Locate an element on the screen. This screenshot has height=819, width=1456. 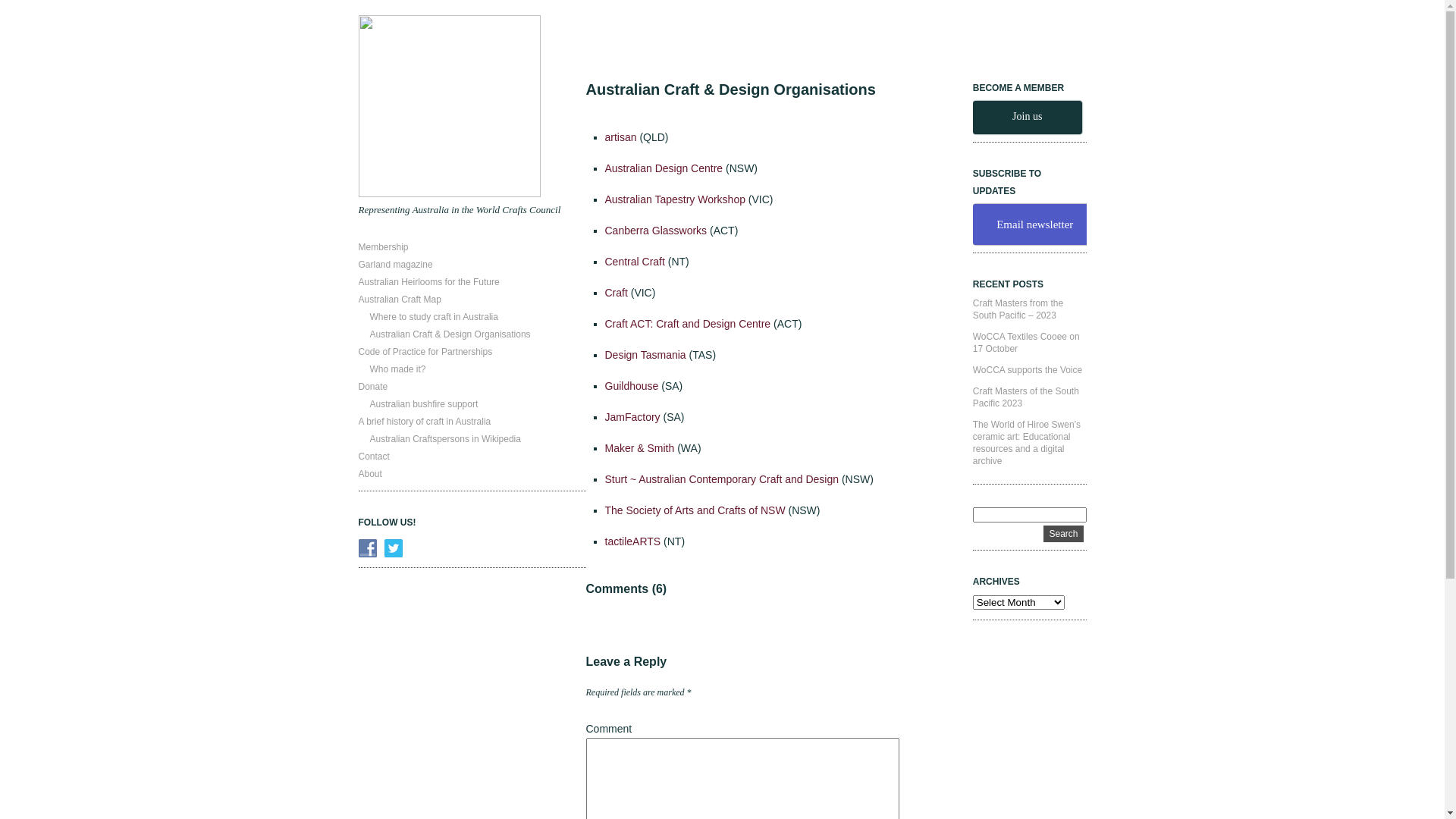
'Sturt ~ Australian Contemporary Craft and Design' is located at coordinates (721, 479).